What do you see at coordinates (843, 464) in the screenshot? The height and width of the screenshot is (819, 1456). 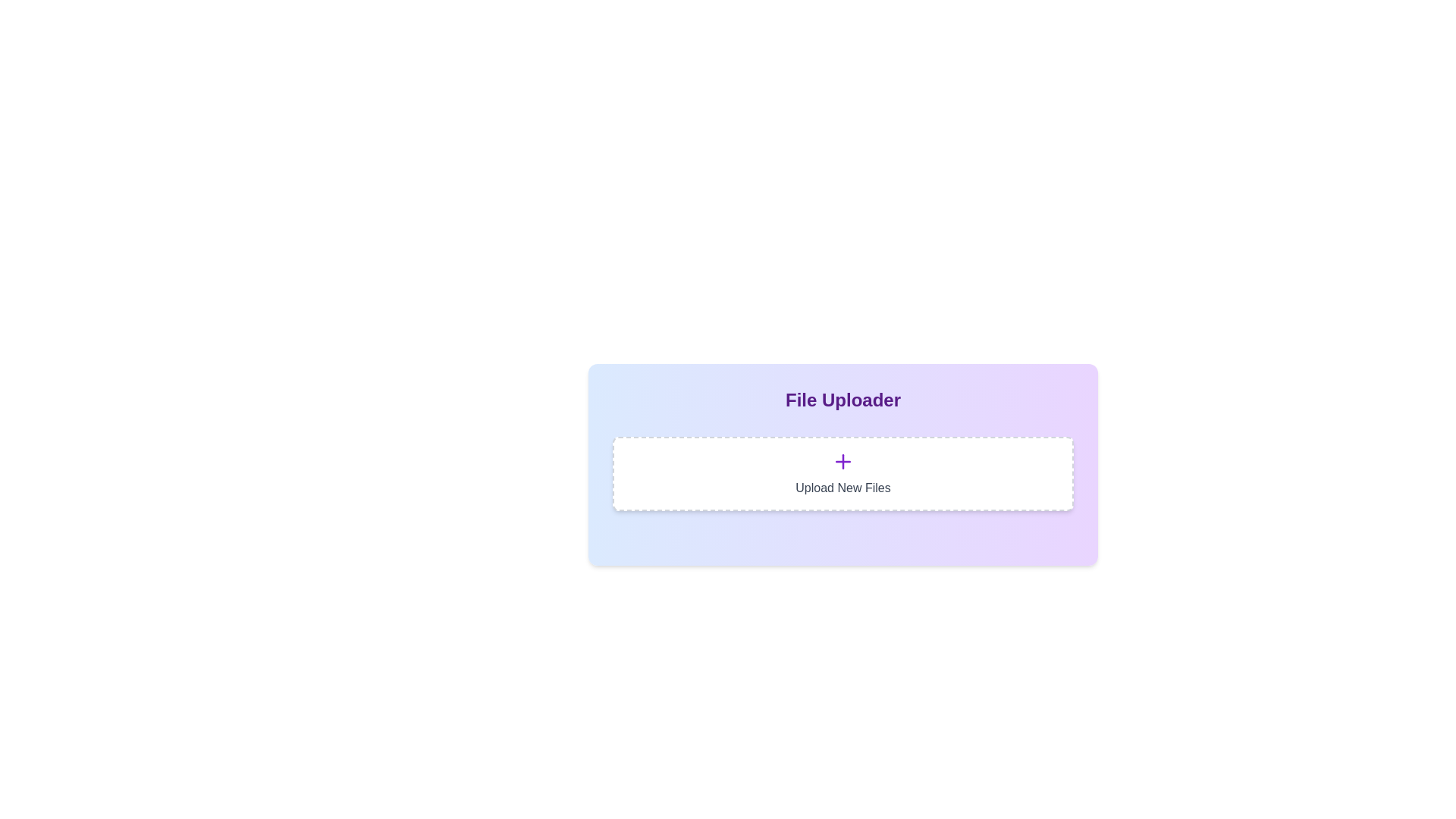 I see `the 'File Uploader' area, which features a gradient background and the text 'Upload New Files'` at bounding box center [843, 464].